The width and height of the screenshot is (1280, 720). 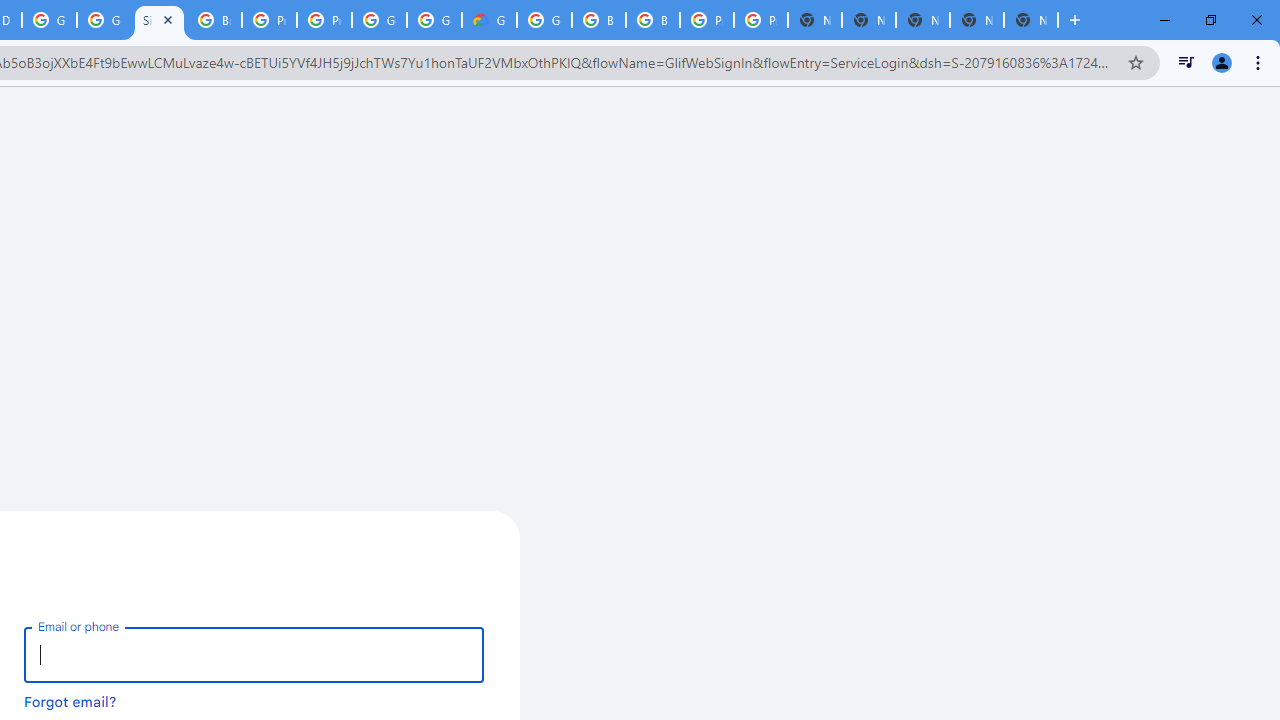 What do you see at coordinates (158, 20) in the screenshot?
I see `'Sign in - Google Accounts'` at bounding box center [158, 20].